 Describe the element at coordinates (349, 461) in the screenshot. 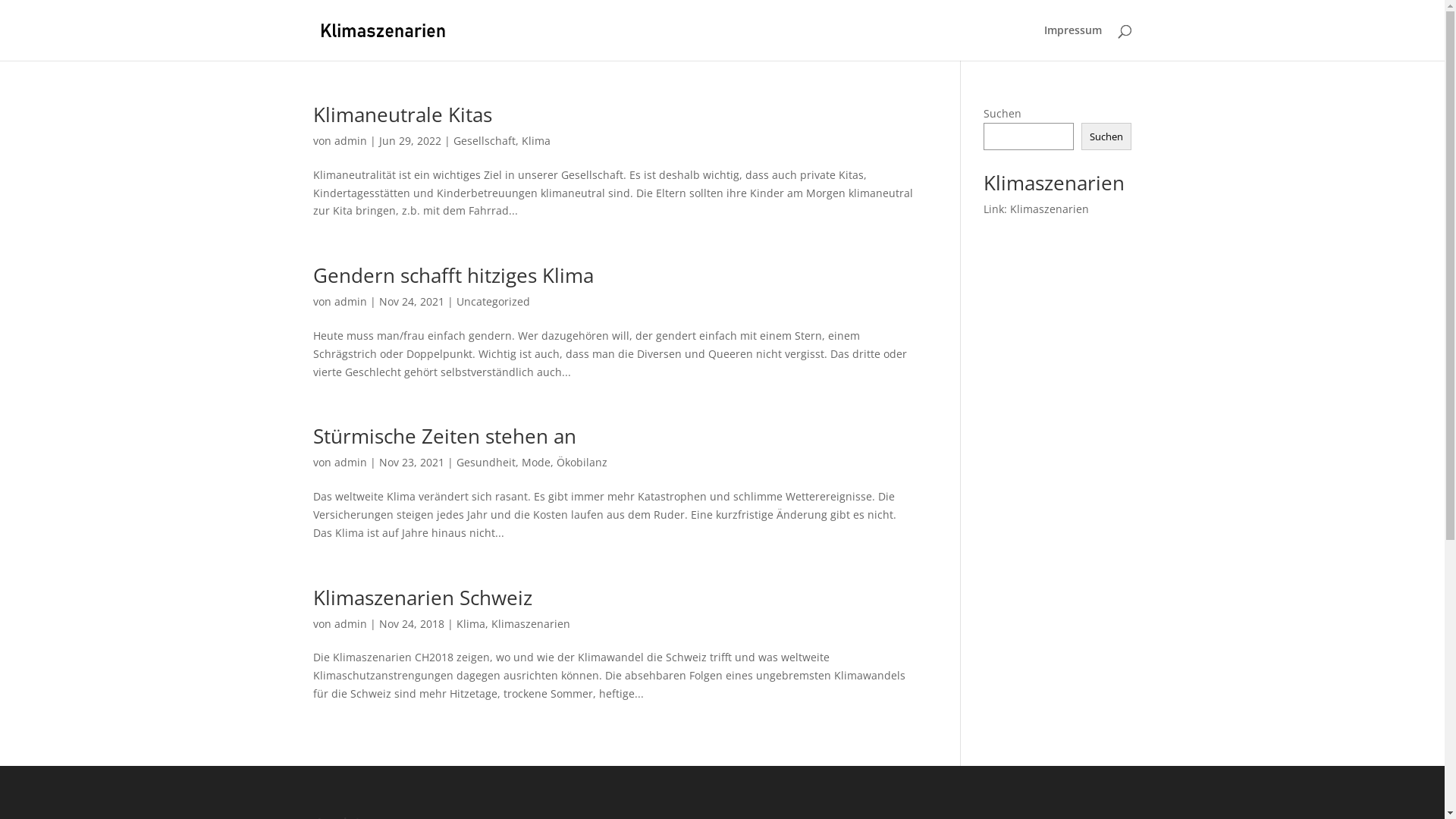

I see `'admin'` at that location.